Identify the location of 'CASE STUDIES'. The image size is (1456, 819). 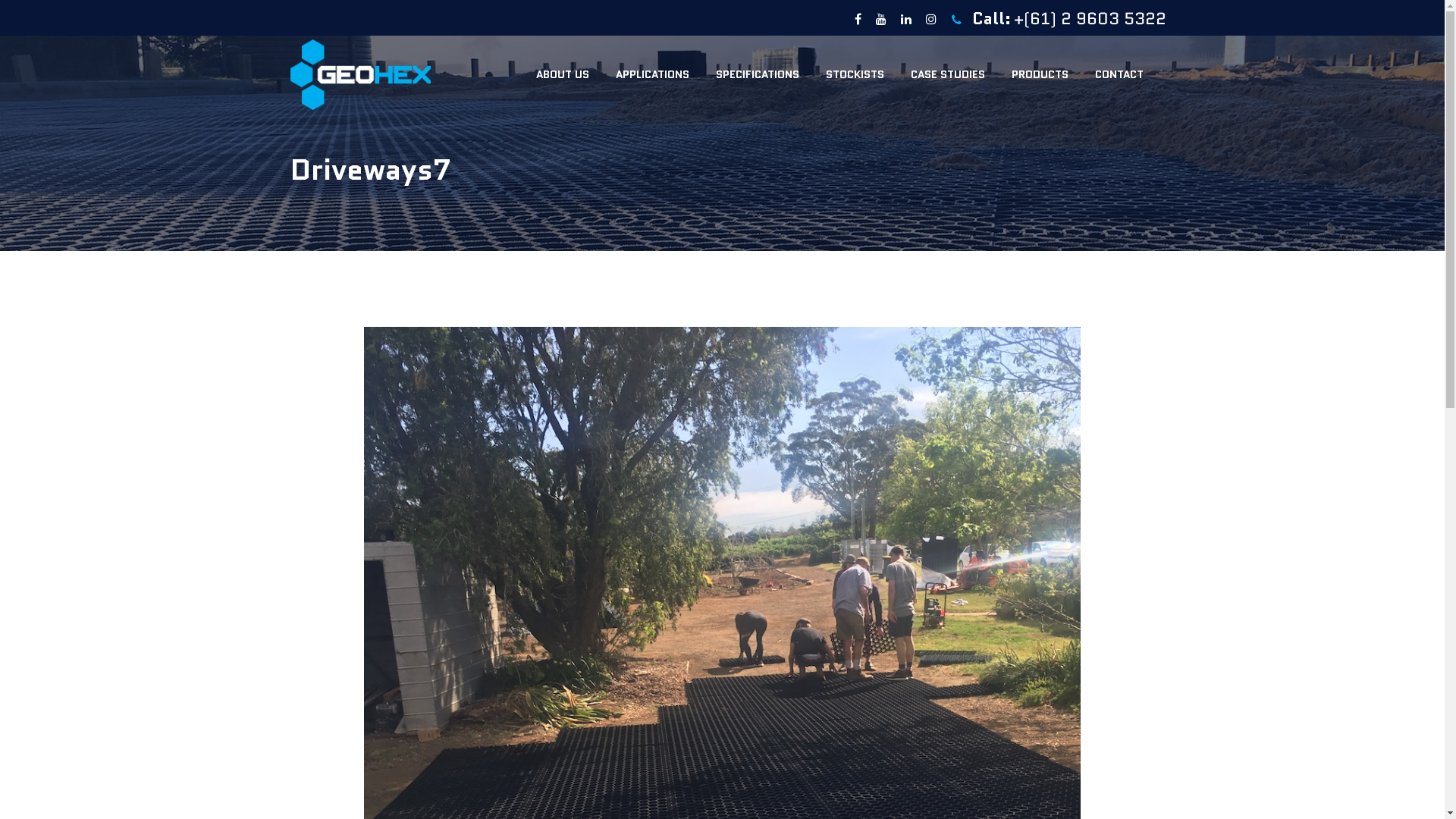
(946, 74).